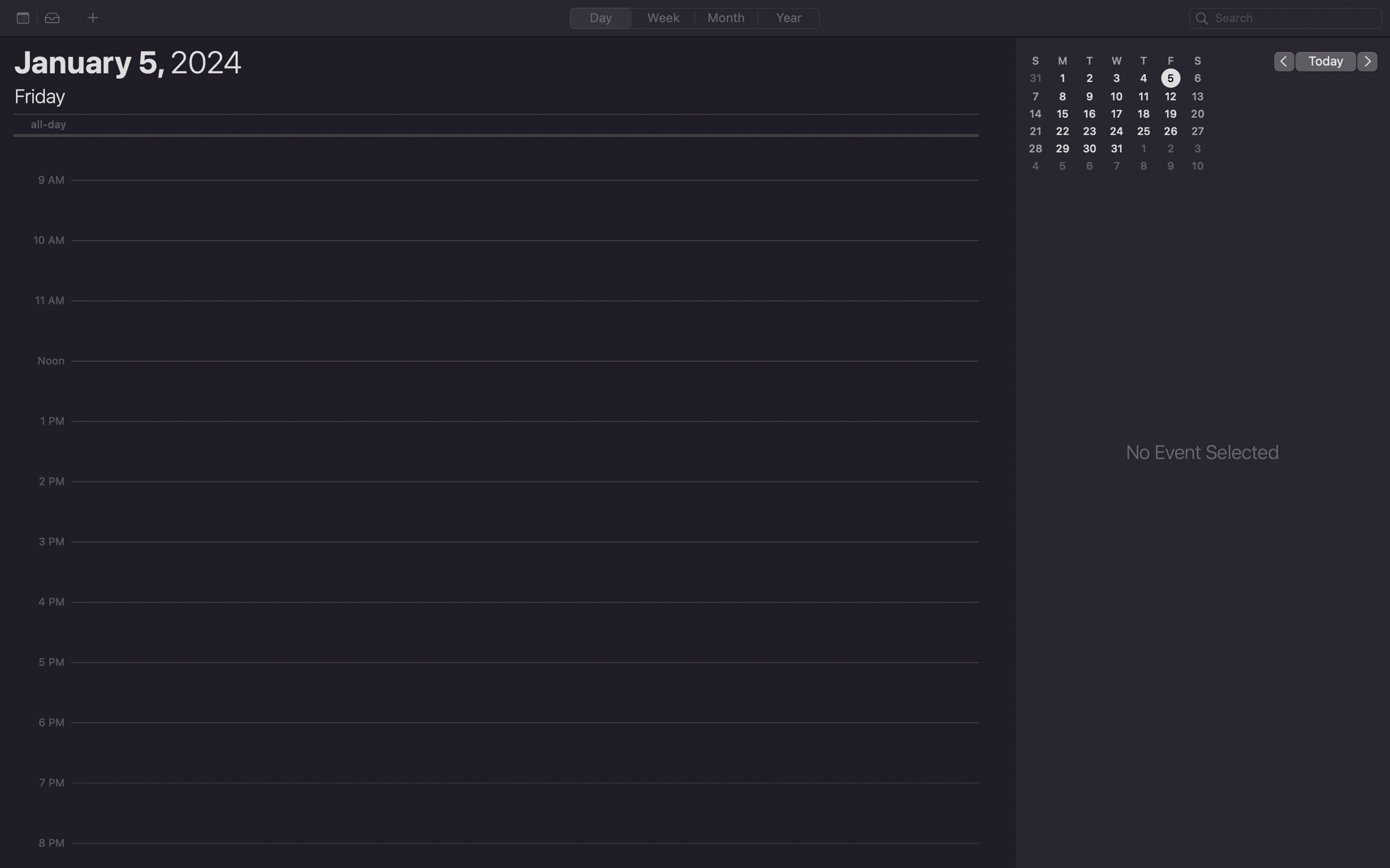  Describe the element at coordinates (1063, 77) in the screenshot. I see `the day 1 from the calendar` at that location.